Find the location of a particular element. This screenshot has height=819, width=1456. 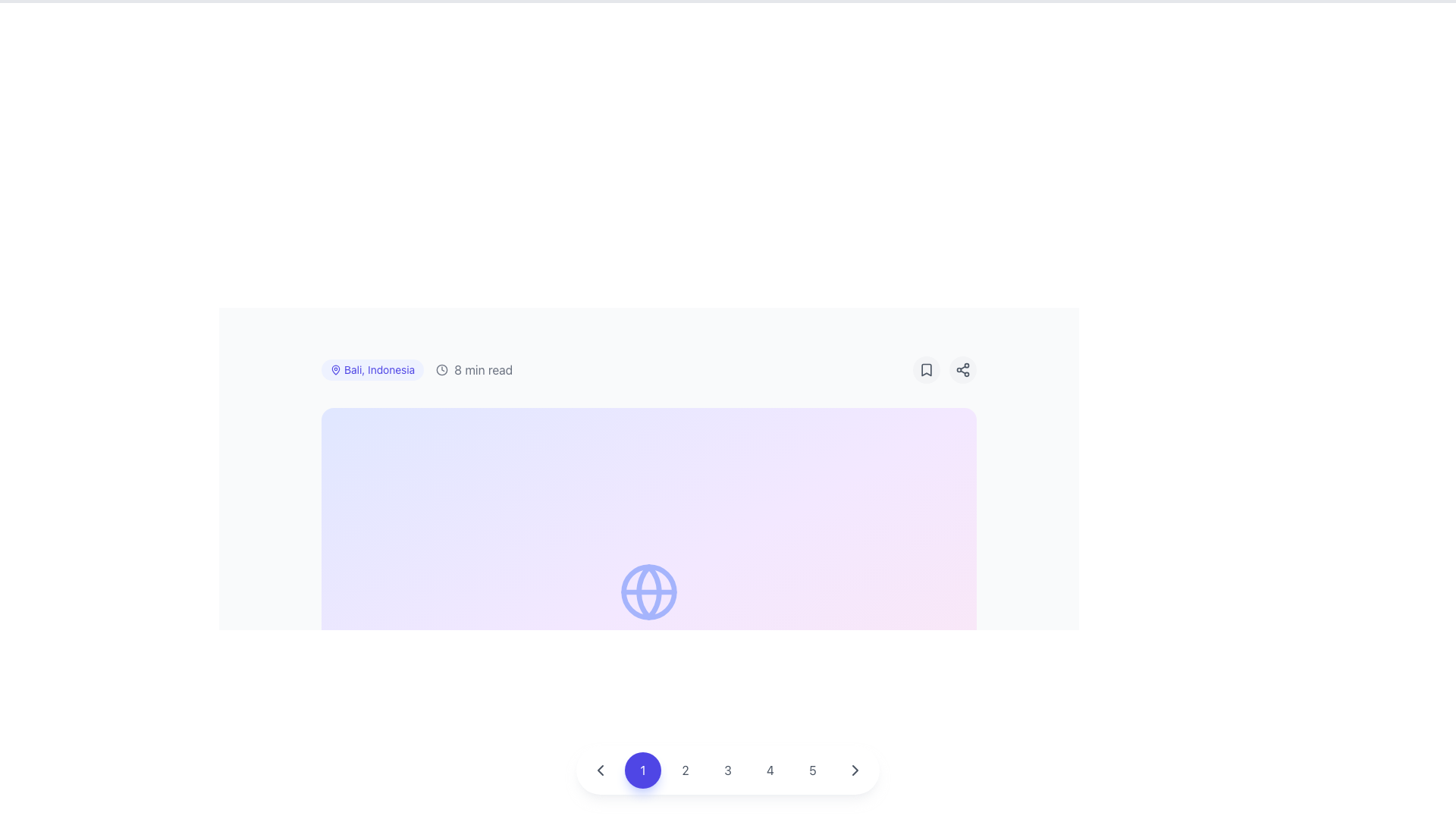

the circular button with a leftward-pointing chevron icon in the pagination control bar is located at coordinates (600, 770).